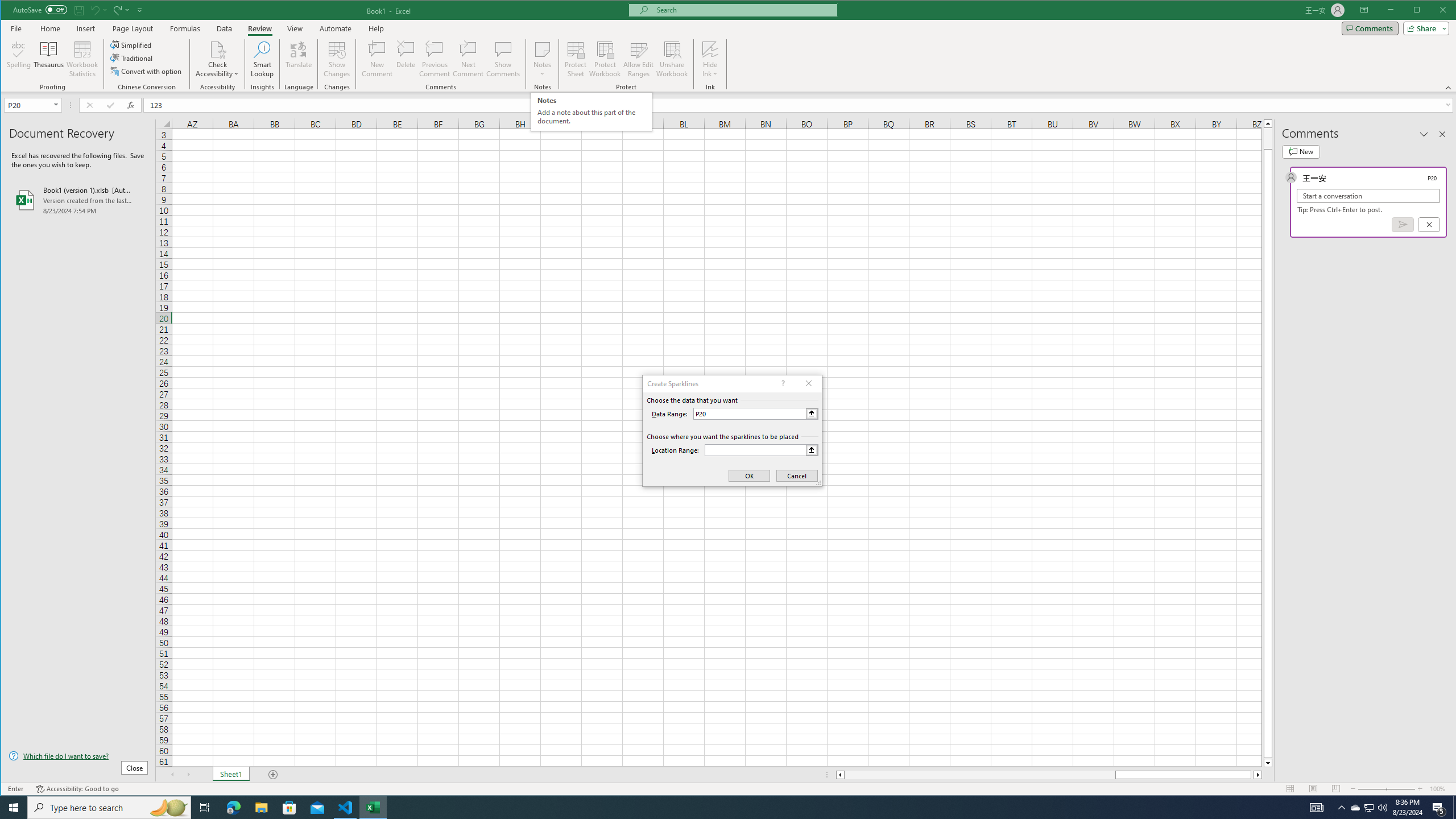  What do you see at coordinates (1368, 196) in the screenshot?
I see `'Start a conversation'` at bounding box center [1368, 196].